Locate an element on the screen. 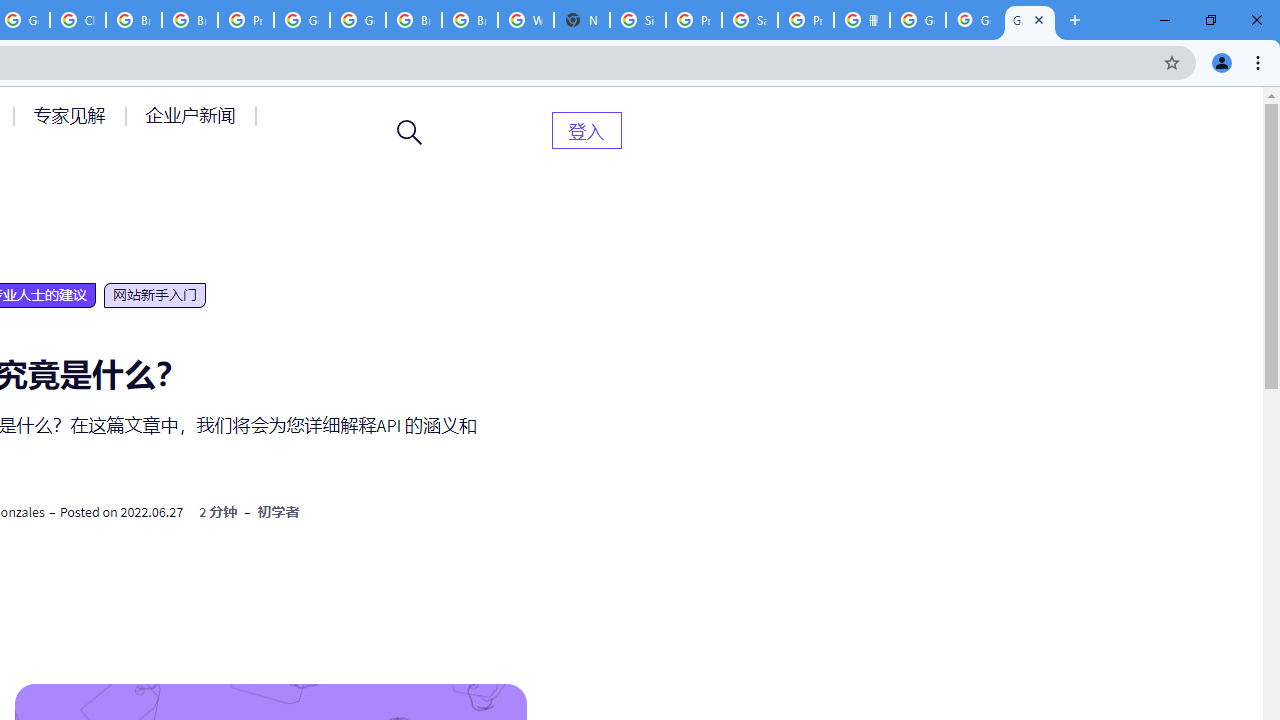  'Browse Chrome as a guest - Computer - Google Chrome Help' is located at coordinates (413, 20).